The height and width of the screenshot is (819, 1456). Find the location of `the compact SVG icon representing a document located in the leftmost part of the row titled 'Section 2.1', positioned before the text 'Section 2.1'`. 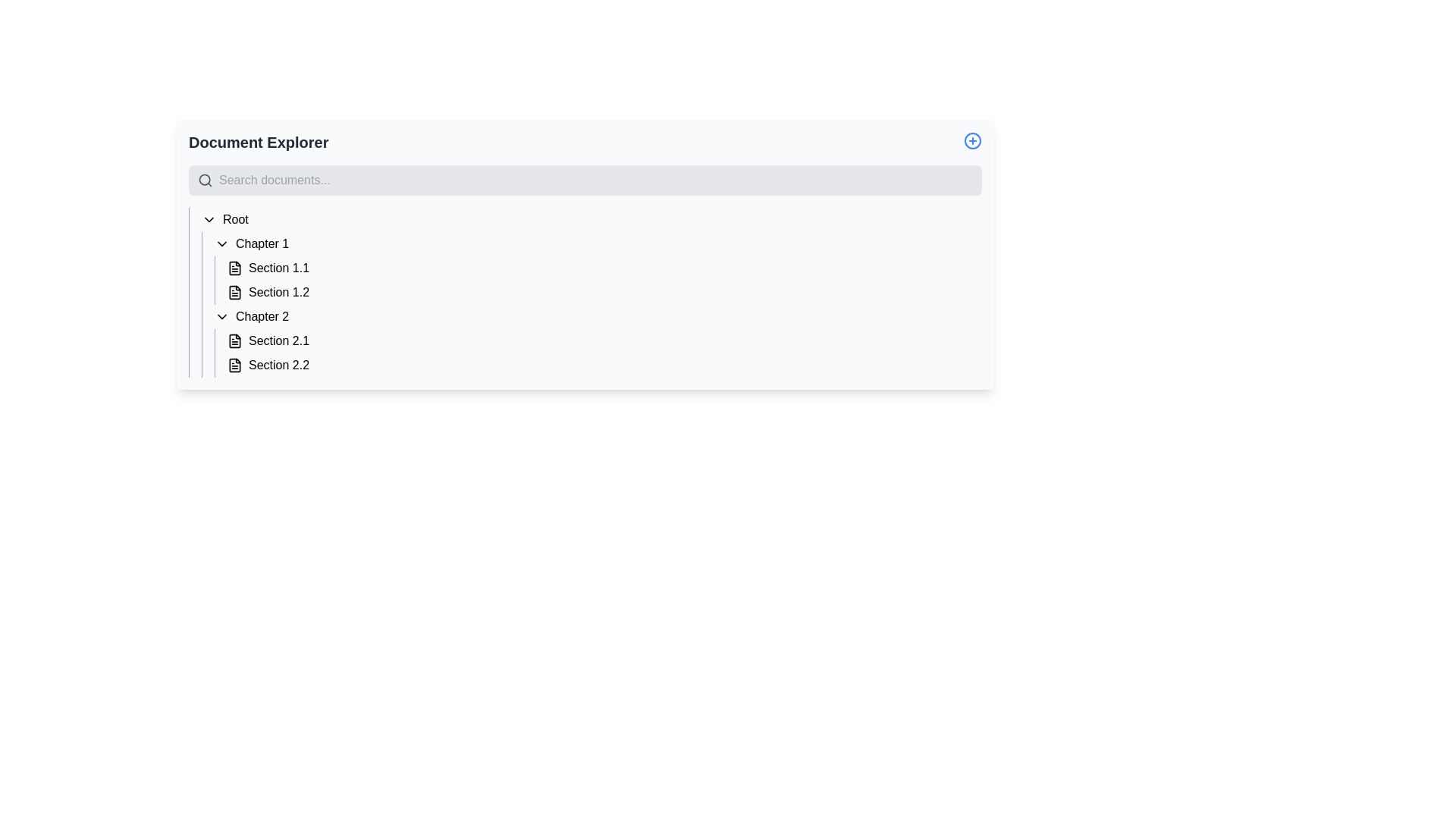

the compact SVG icon representing a document located in the leftmost part of the row titled 'Section 2.1', positioned before the text 'Section 2.1' is located at coordinates (234, 341).